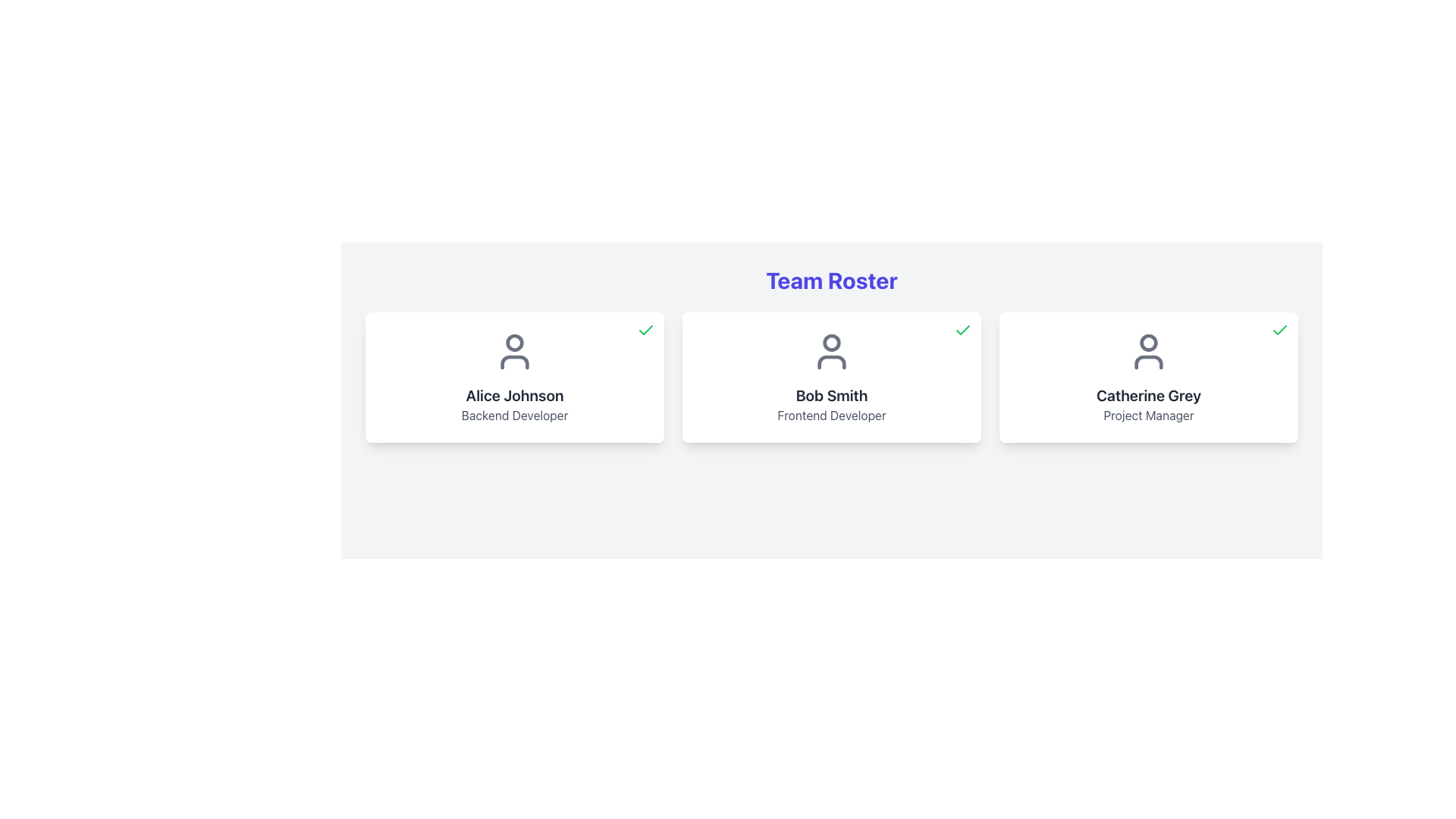 The width and height of the screenshot is (1456, 819). I want to click on the light gray circular graphical element located above the user's name and role text within the leftmost card of three aligned cards, so click(514, 342).